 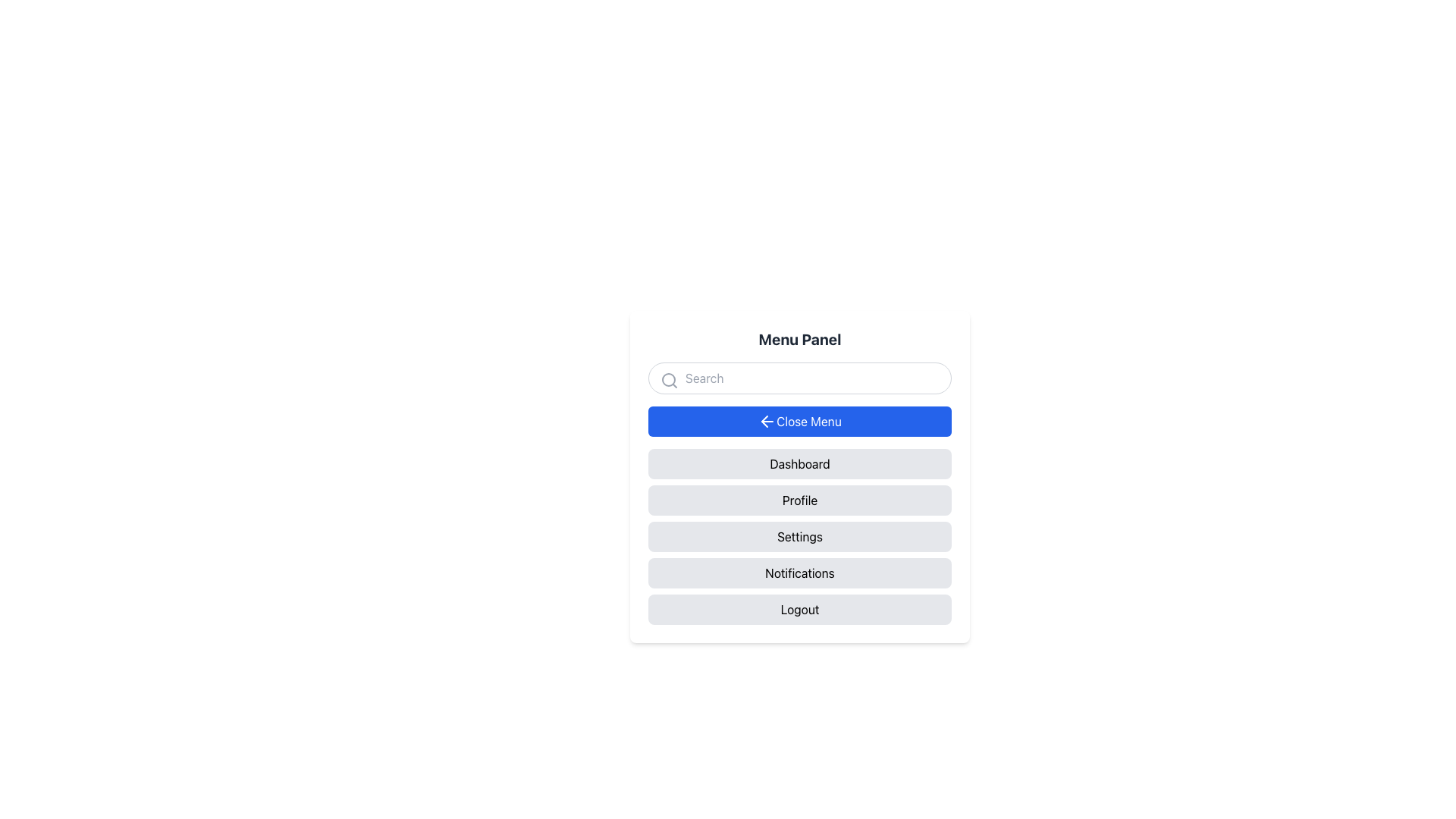 I want to click on the button located within the 'Menu Panel' above the 'Dashboard' menu option, so click(x=799, y=421).